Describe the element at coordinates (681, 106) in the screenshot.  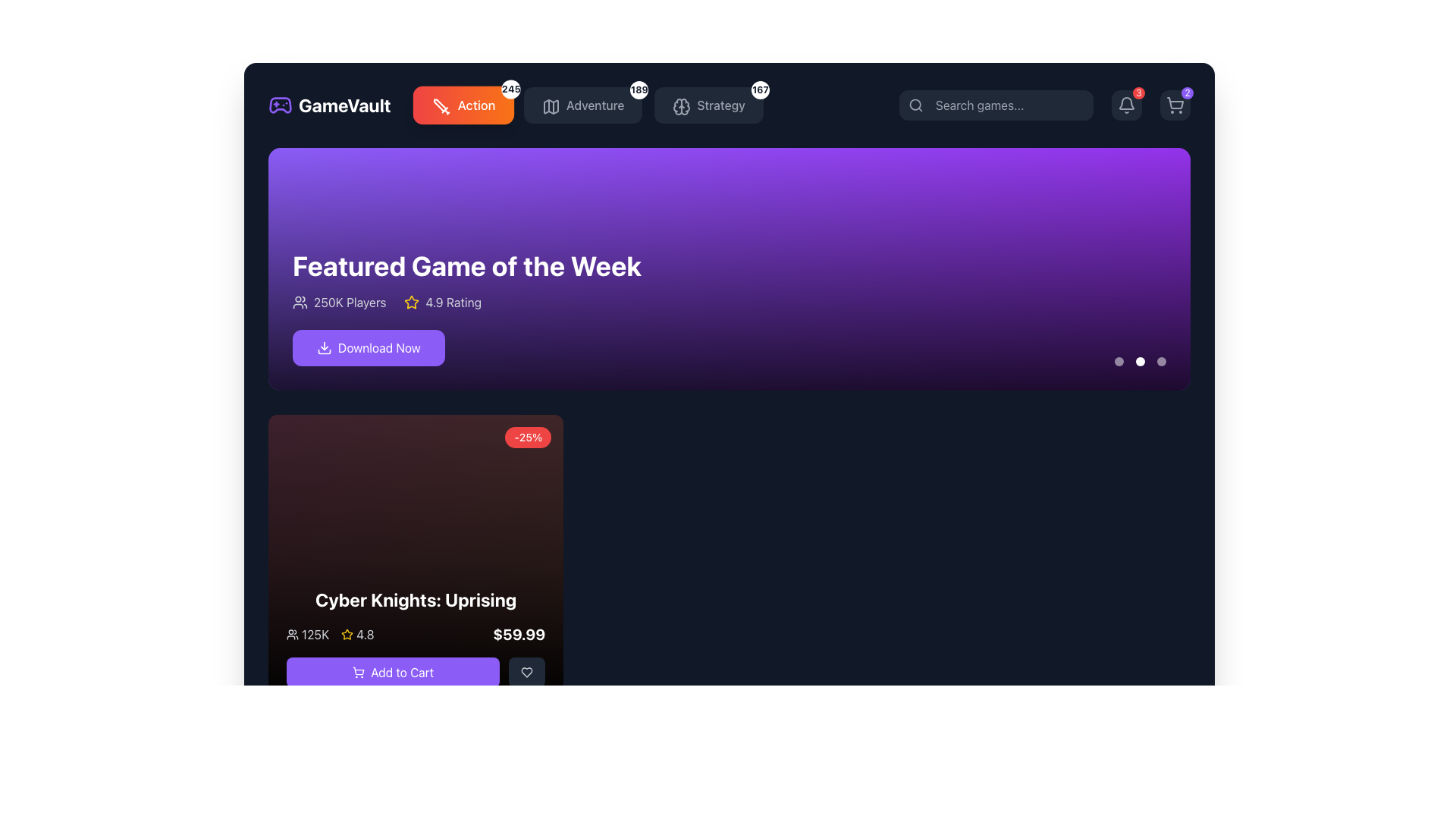
I see `the brain SVG icon located in the navigation bar` at that location.